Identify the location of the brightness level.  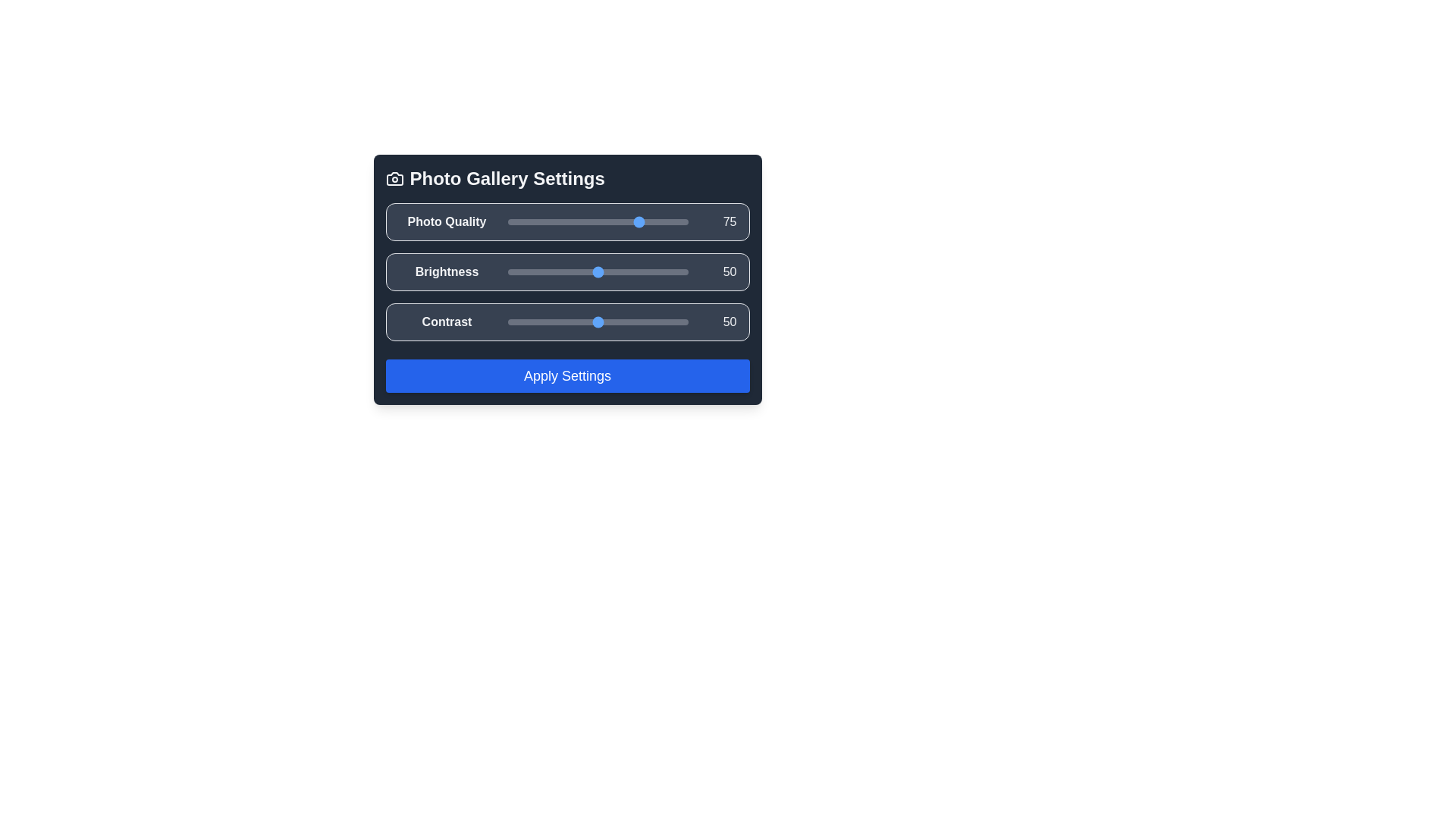
(667, 271).